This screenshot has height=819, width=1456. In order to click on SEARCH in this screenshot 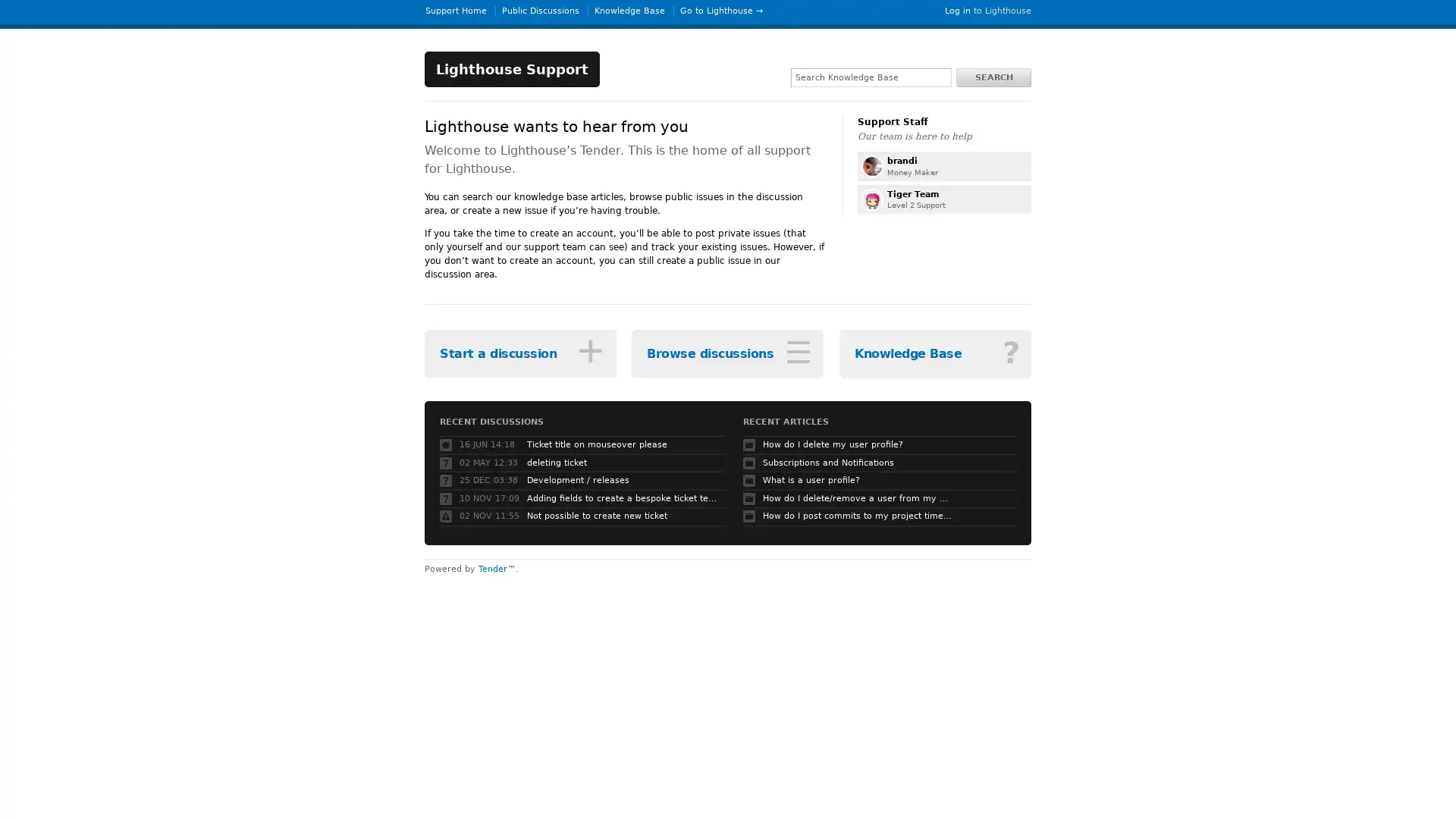, I will do `click(993, 77)`.